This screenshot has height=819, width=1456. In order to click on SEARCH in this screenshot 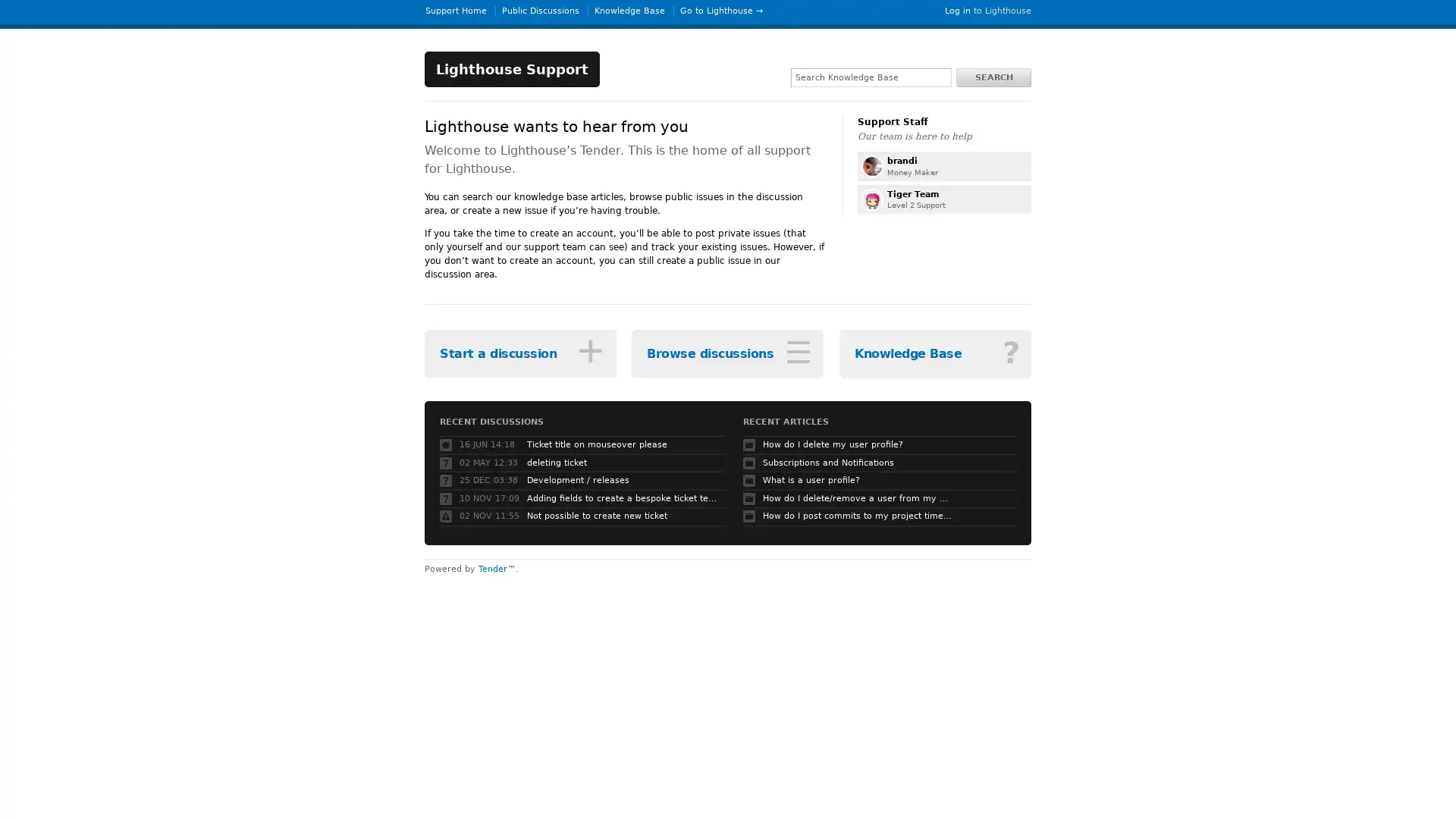, I will do `click(993, 77)`.